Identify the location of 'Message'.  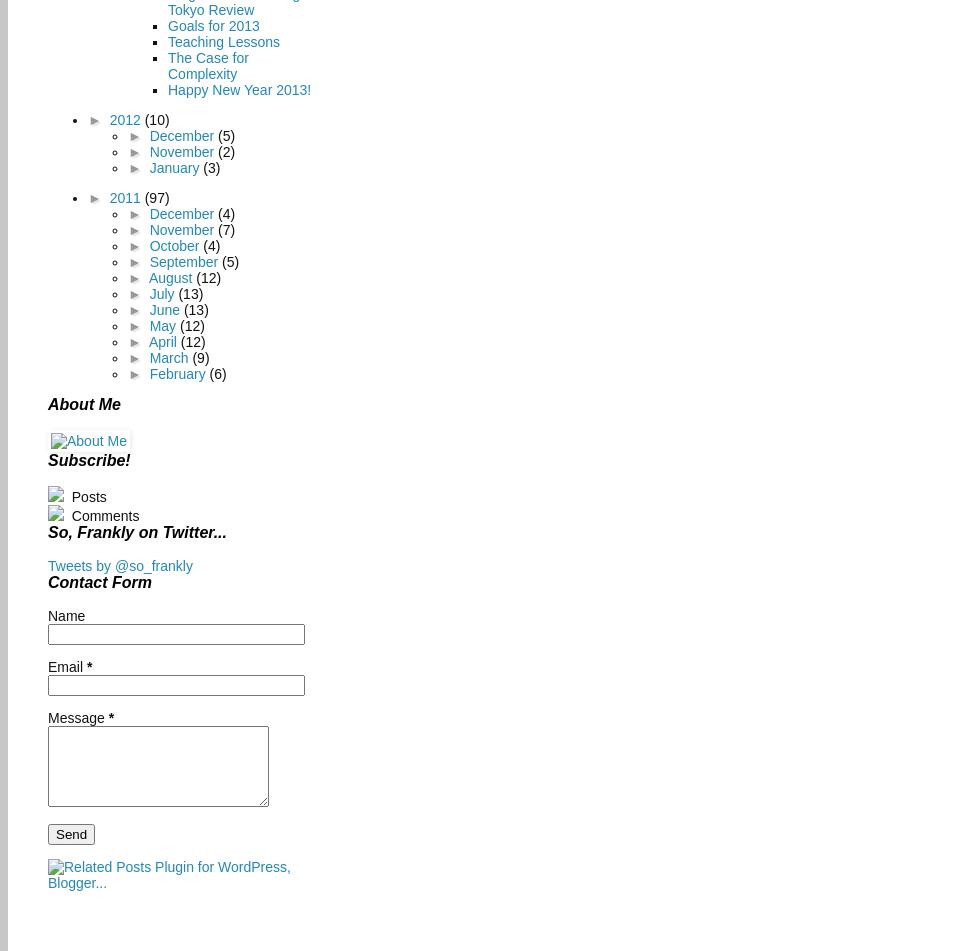
(76, 717).